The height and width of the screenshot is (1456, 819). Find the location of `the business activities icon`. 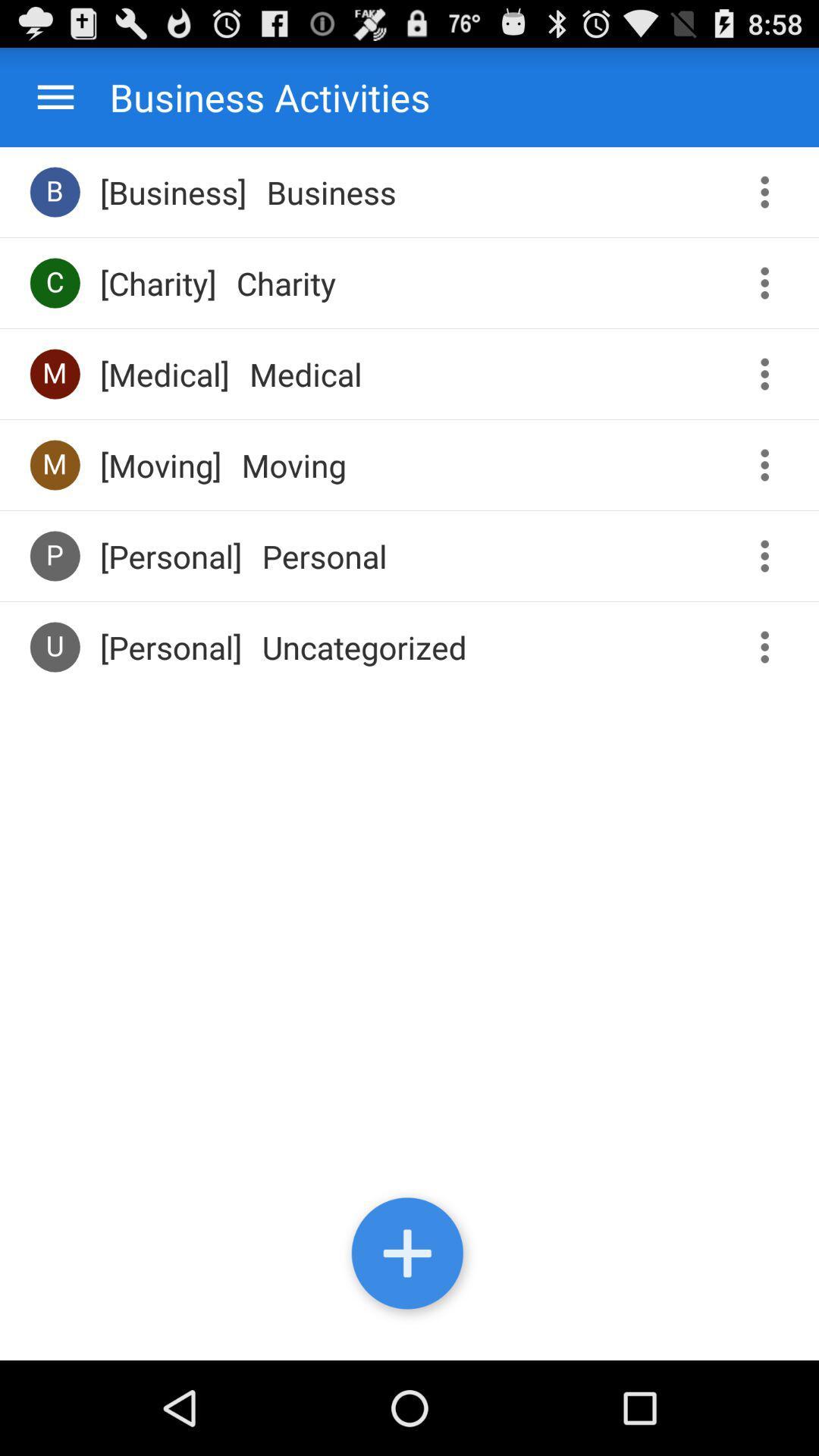

the business activities icon is located at coordinates (254, 96).